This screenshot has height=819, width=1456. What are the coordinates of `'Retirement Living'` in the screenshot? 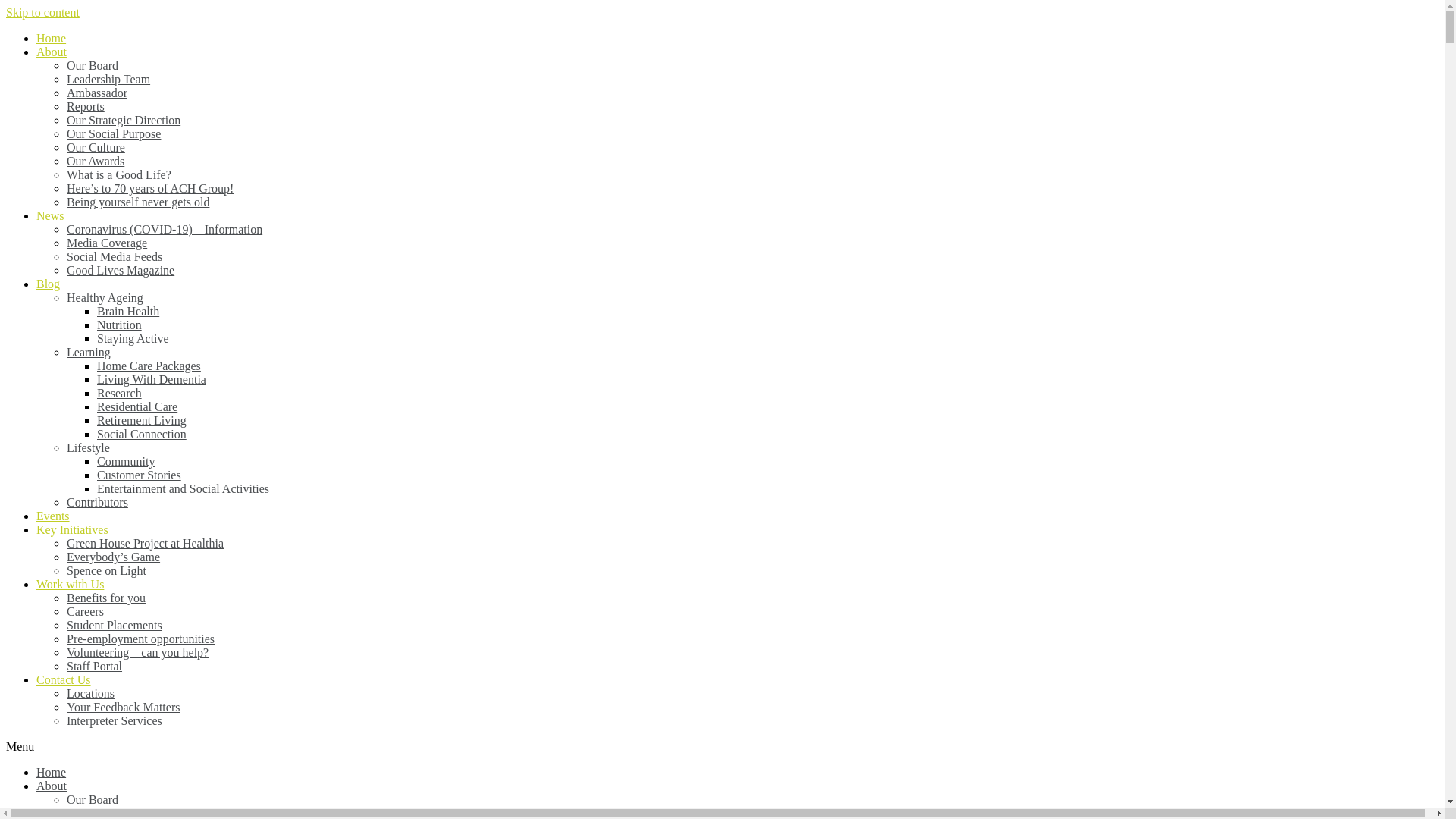 It's located at (142, 420).